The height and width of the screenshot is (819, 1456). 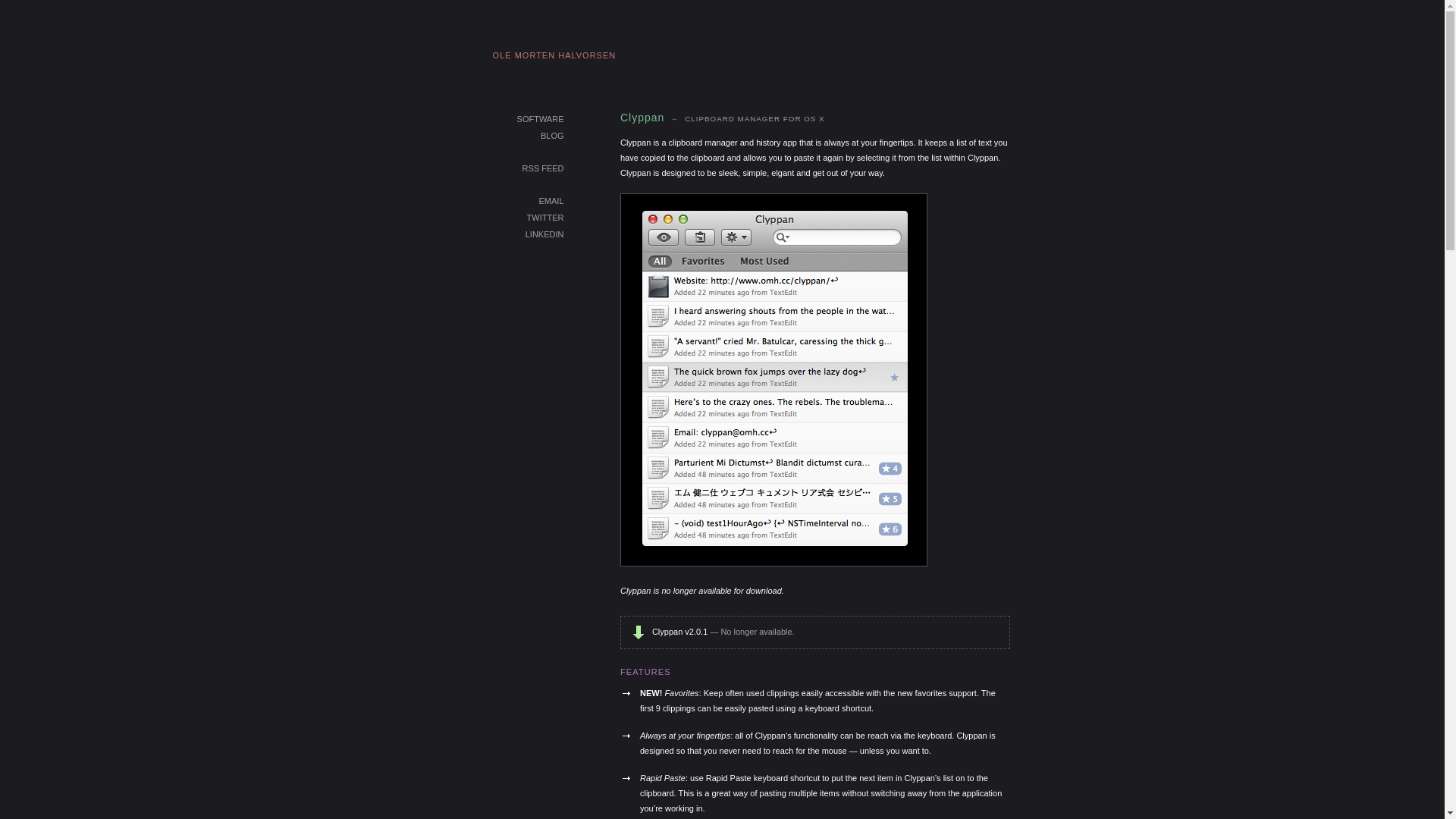 What do you see at coordinates (542, 169) in the screenshot?
I see `'RSS FEED'` at bounding box center [542, 169].